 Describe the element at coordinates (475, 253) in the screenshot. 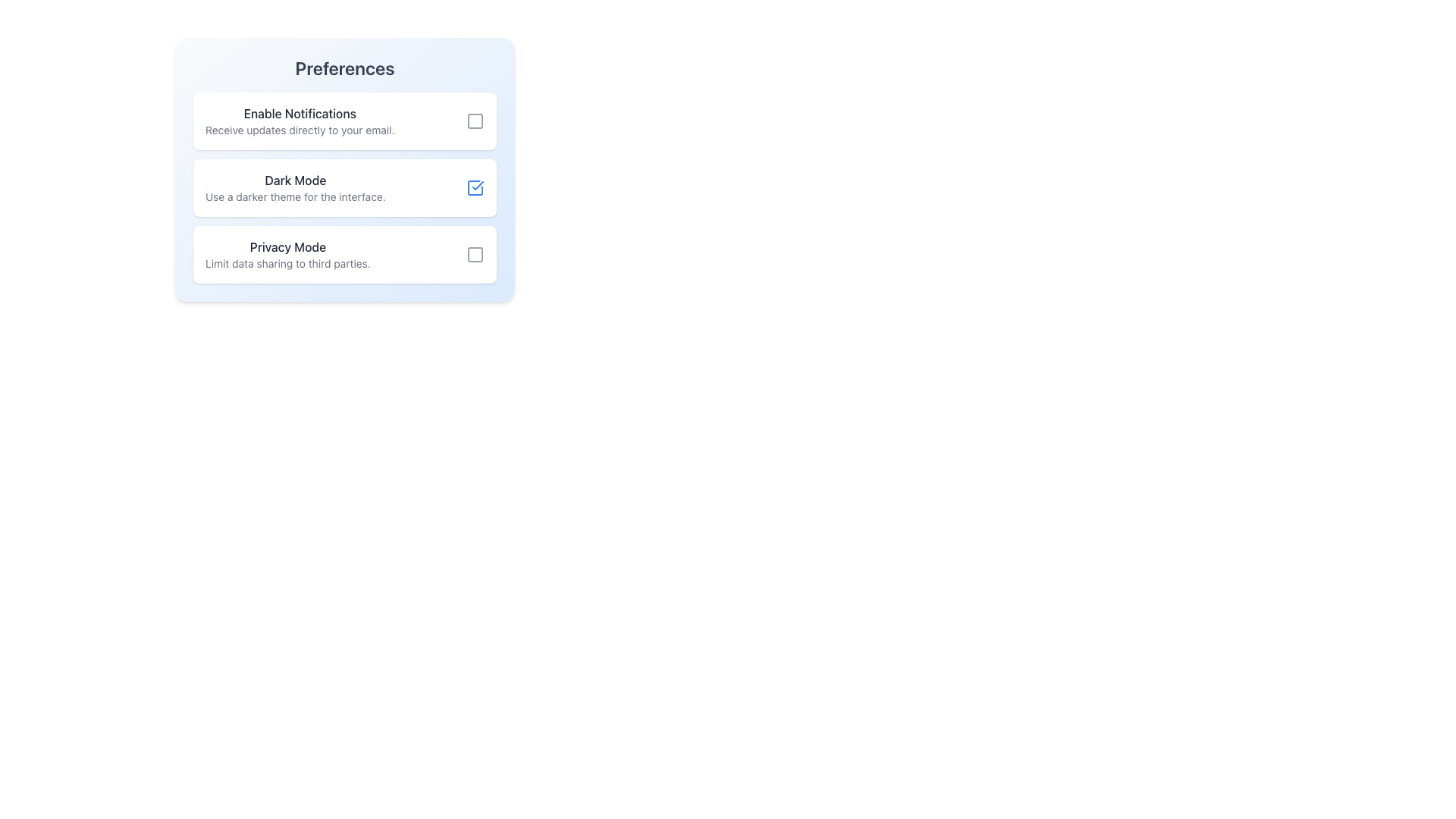

I see `the checkbox to the right of the 'Privacy Mode' text in the Preferences section` at that location.